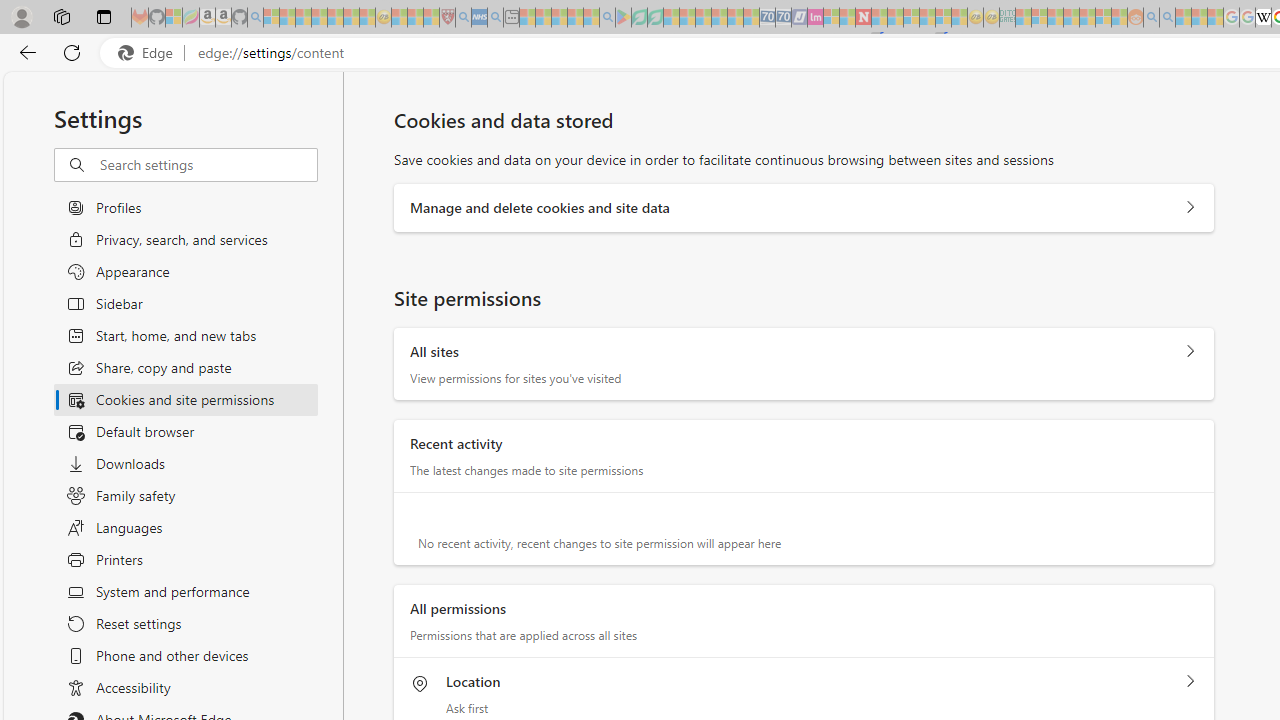 This screenshot has width=1280, height=720. Describe the element at coordinates (208, 164) in the screenshot. I see `'Search settings'` at that location.